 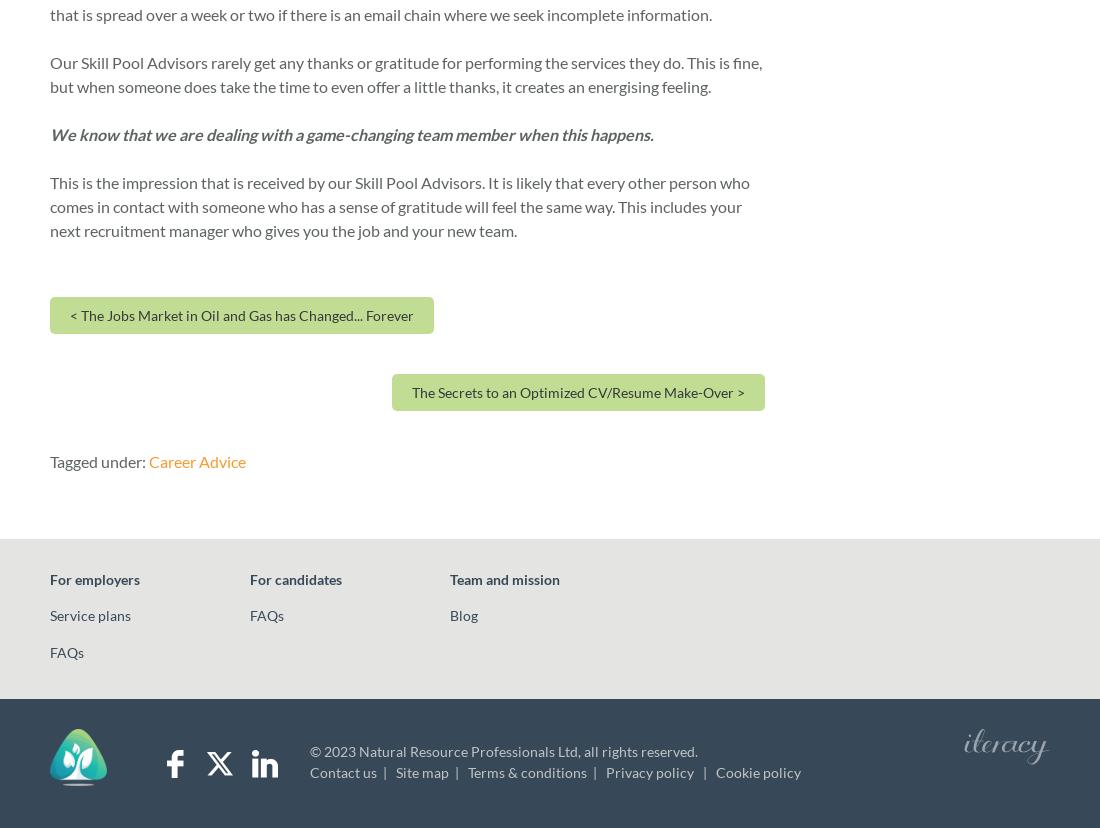 What do you see at coordinates (421, 772) in the screenshot?
I see `'Site map'` at bounding box center [421, 772].